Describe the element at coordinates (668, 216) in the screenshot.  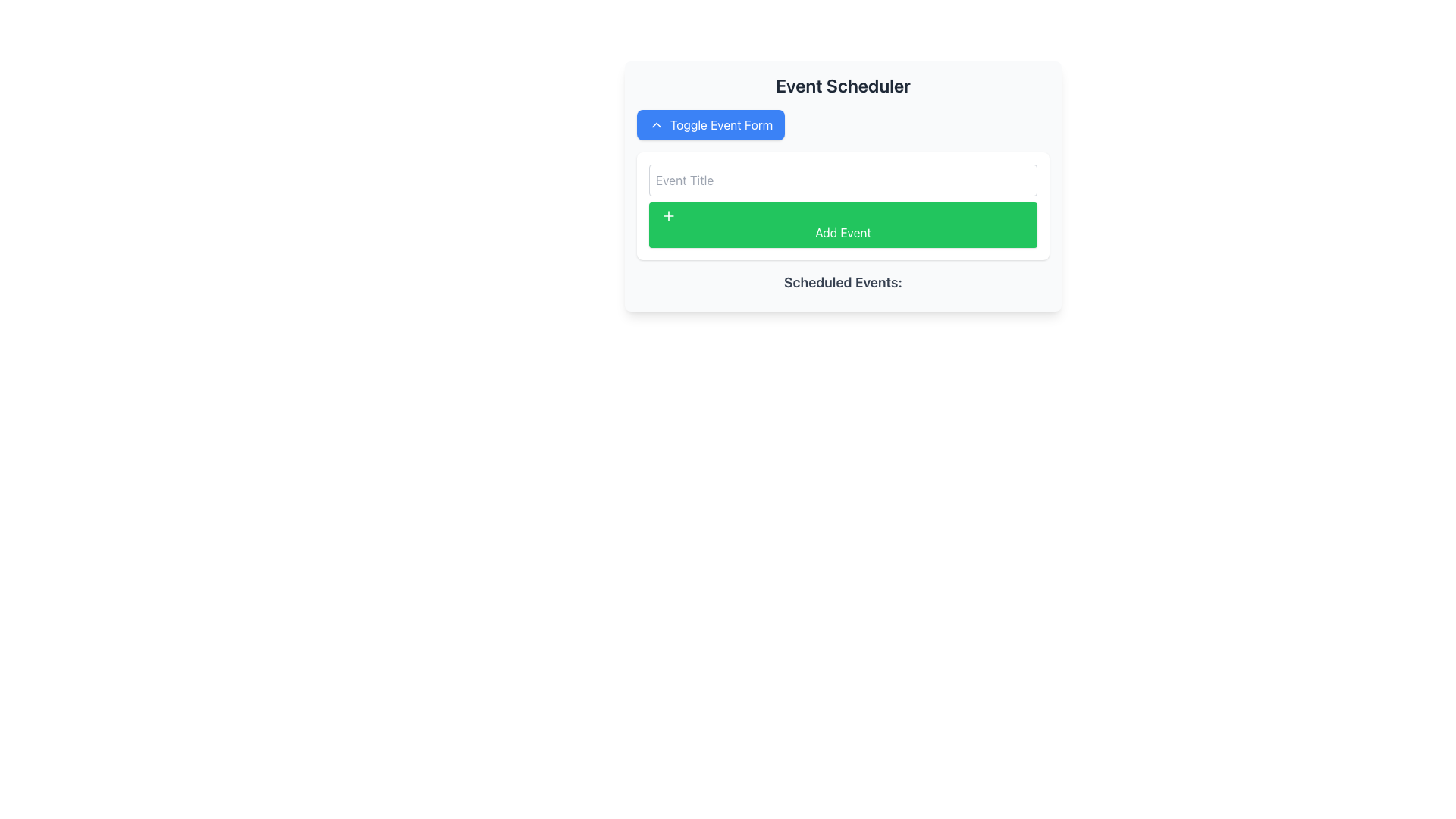
I see `the small green plus icon with a white stroke located to the left of the 'Add Event' button` at that location.